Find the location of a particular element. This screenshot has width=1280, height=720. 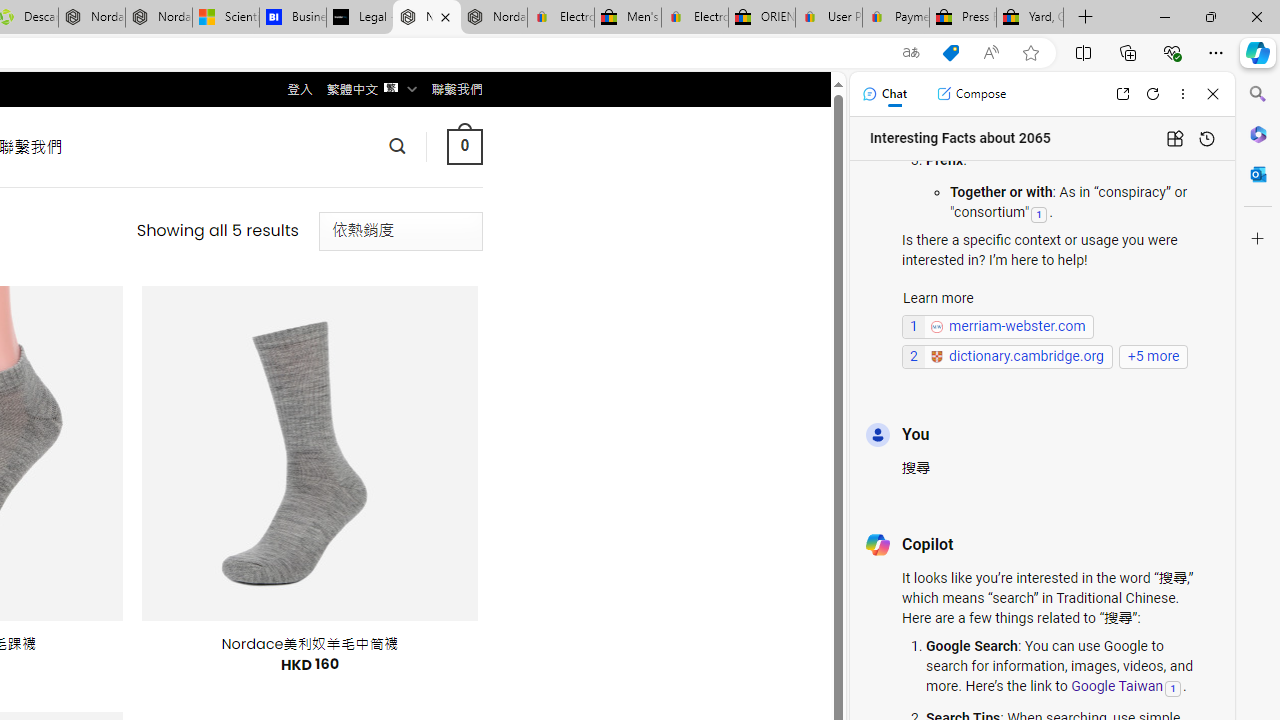

'Payments Terms of Use | eBay.com' is located at coordinates (895, 17).